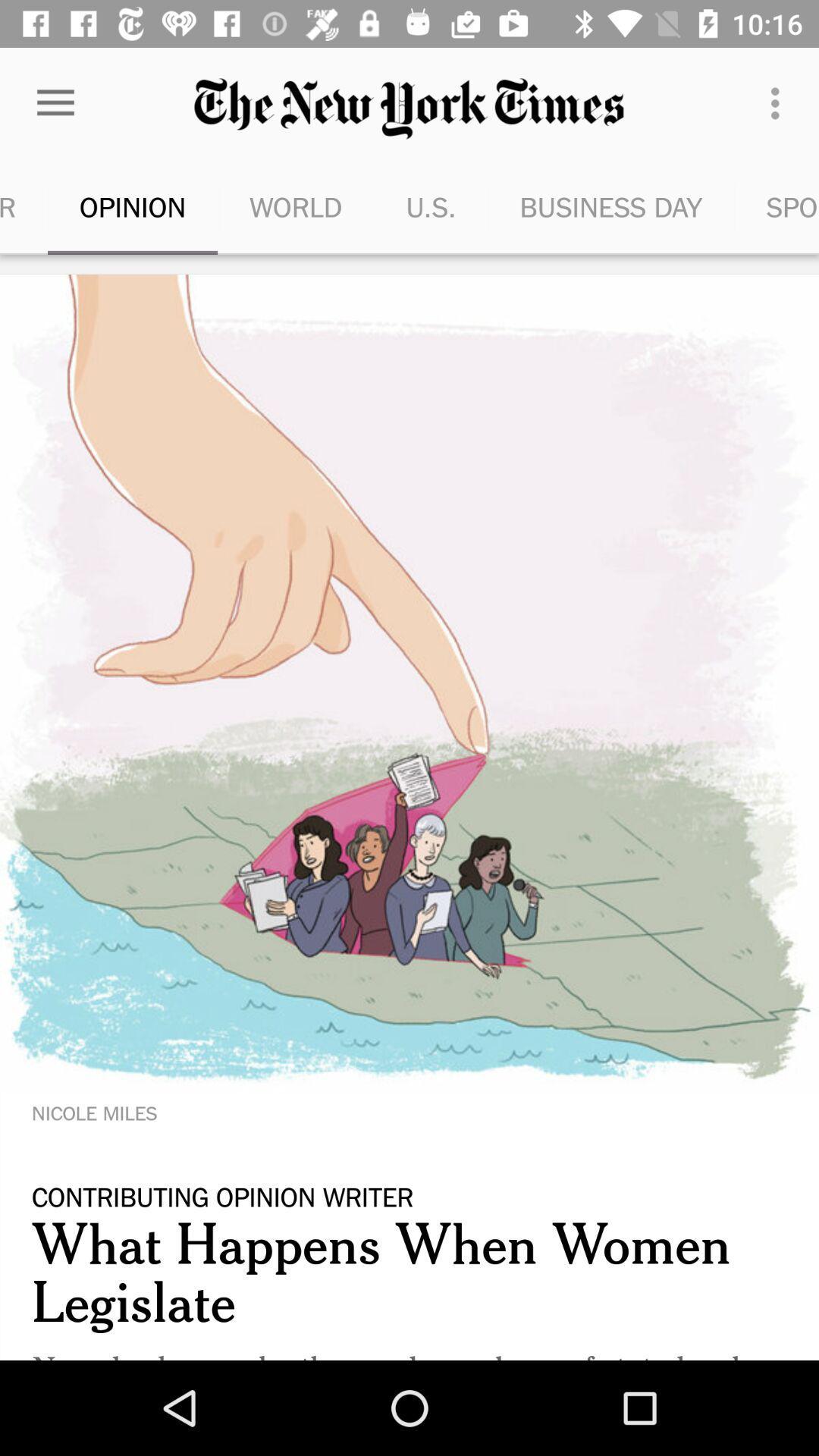 This screenshot has height=1456, width=819. What do you see at coordinates (610, 206) in the screenshot?
I see `icon next to the u.s. icon` at bounding box center [610, 206].